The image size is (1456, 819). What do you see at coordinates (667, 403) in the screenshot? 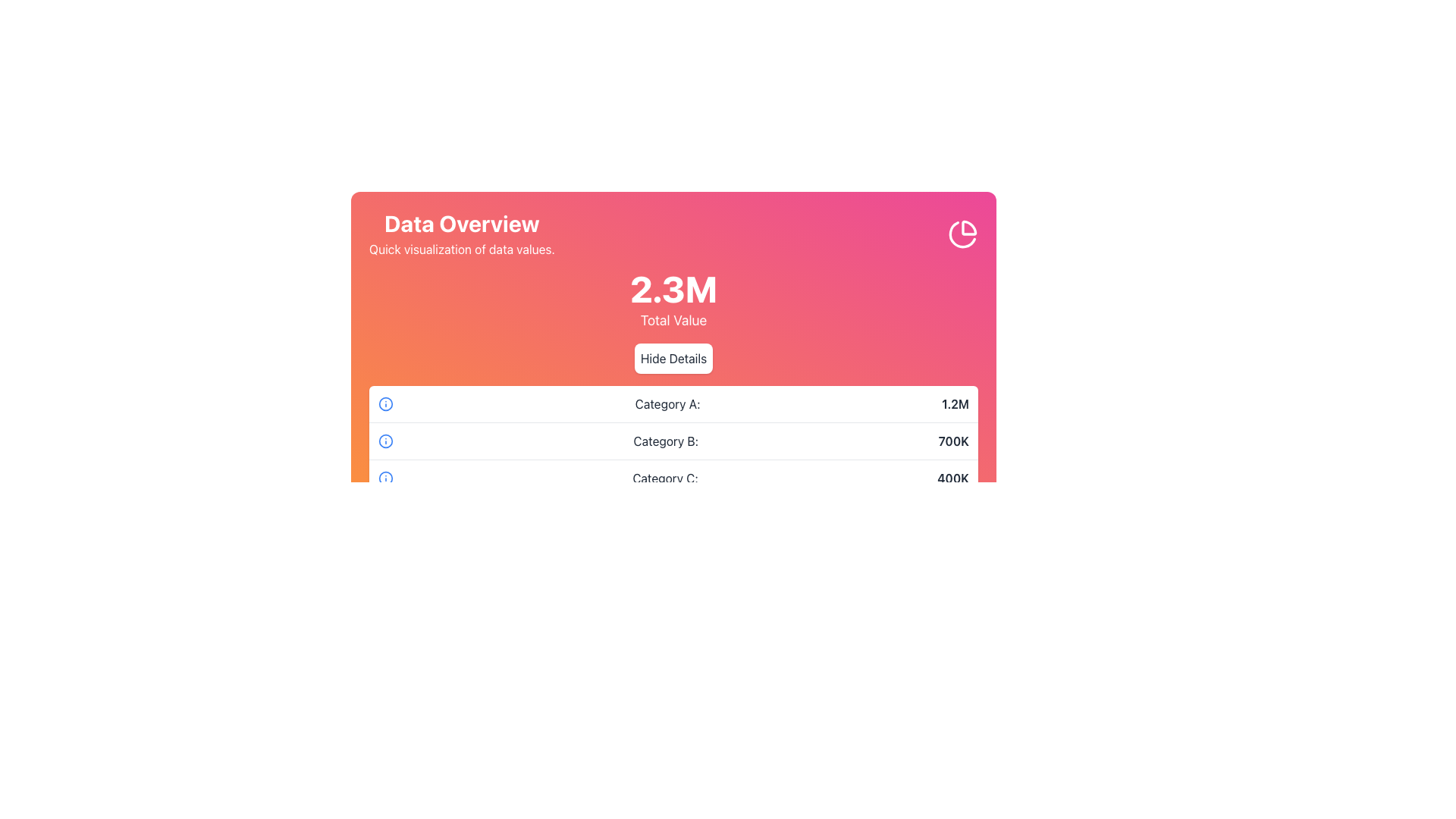
I see `text label that provides context for the numerical value '1.2M' associated with 'Category A', located in the first row of the category list` at bounding box center [667, 403].